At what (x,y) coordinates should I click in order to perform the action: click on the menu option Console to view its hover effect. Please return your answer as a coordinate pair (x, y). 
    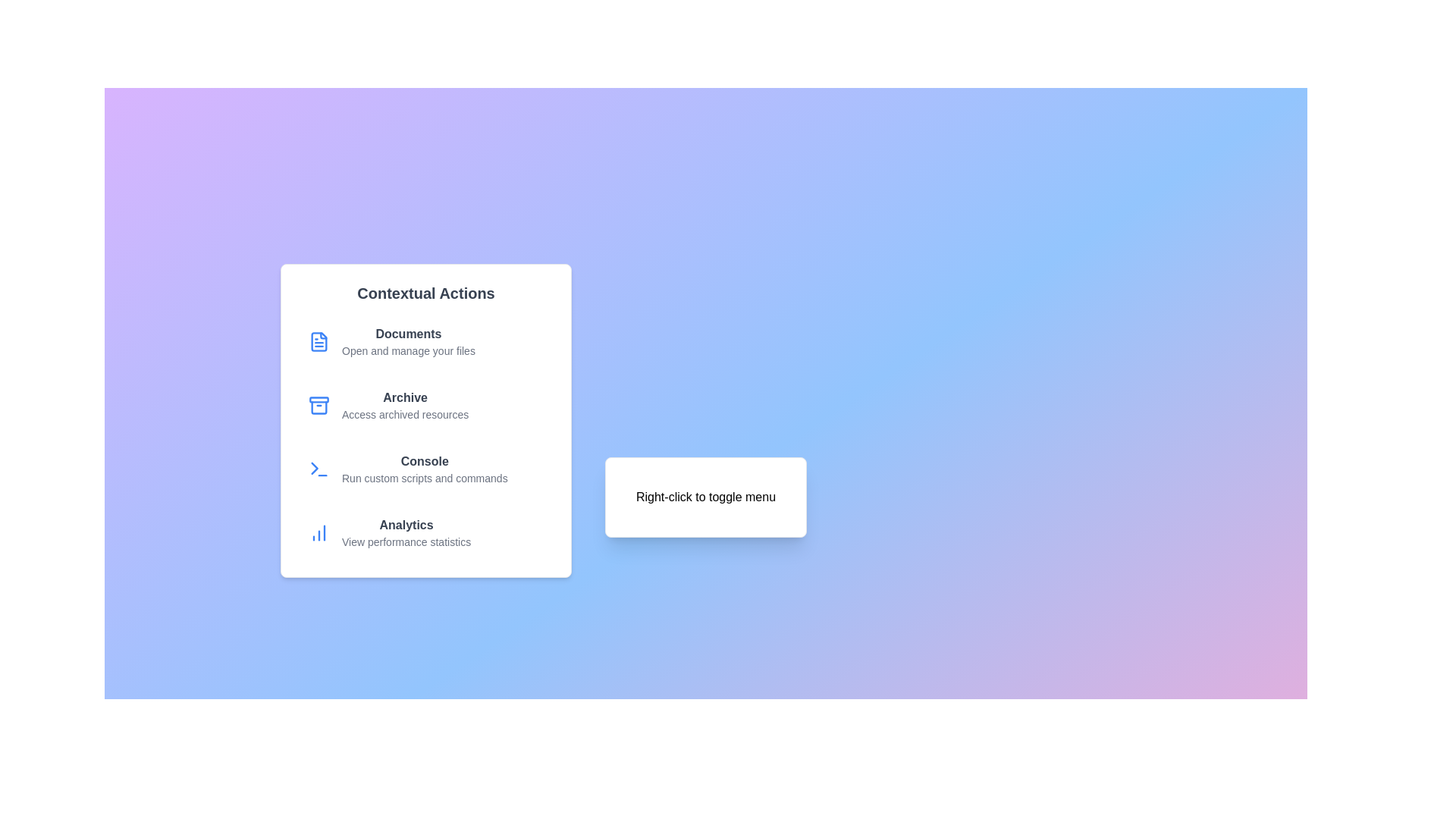
    Looking at the image, I should click on (425, 468).